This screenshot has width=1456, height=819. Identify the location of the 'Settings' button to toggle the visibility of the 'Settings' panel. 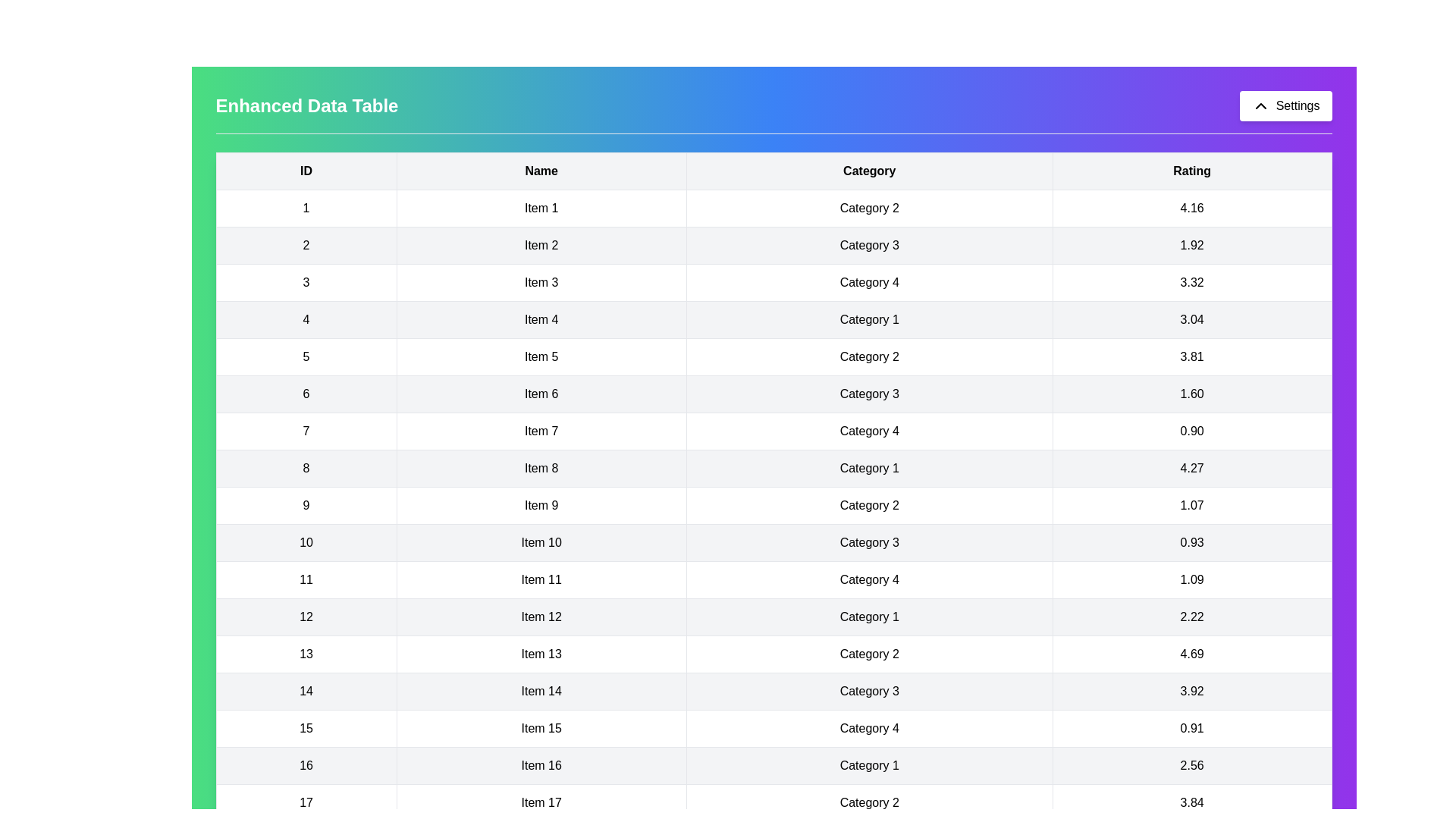
(1284, 105).